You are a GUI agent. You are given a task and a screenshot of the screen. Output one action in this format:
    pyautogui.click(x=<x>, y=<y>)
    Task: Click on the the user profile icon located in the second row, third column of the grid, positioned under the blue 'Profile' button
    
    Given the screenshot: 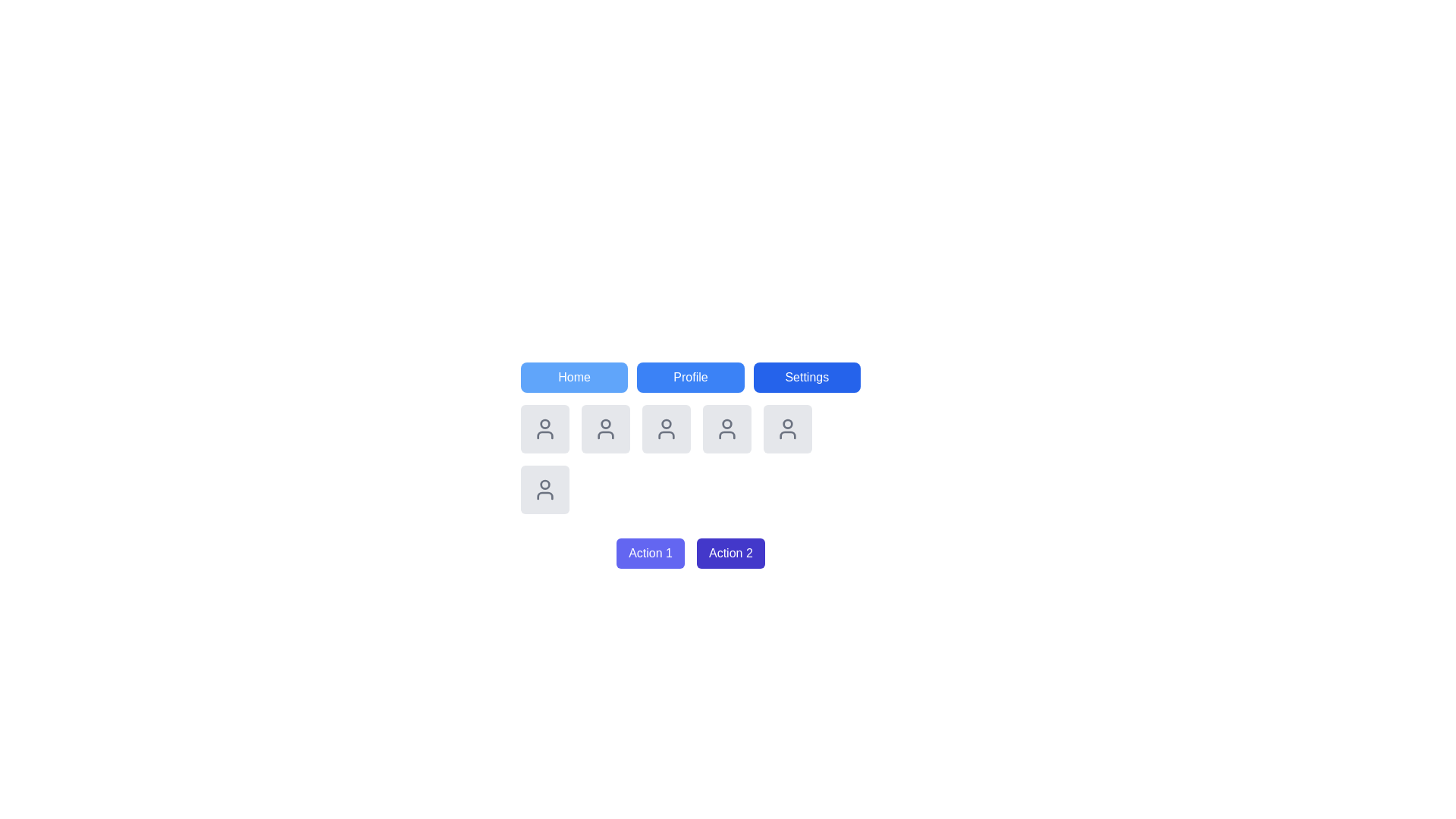 What is the action you would take?
    pyautogui.click(x=666, y=429)
    